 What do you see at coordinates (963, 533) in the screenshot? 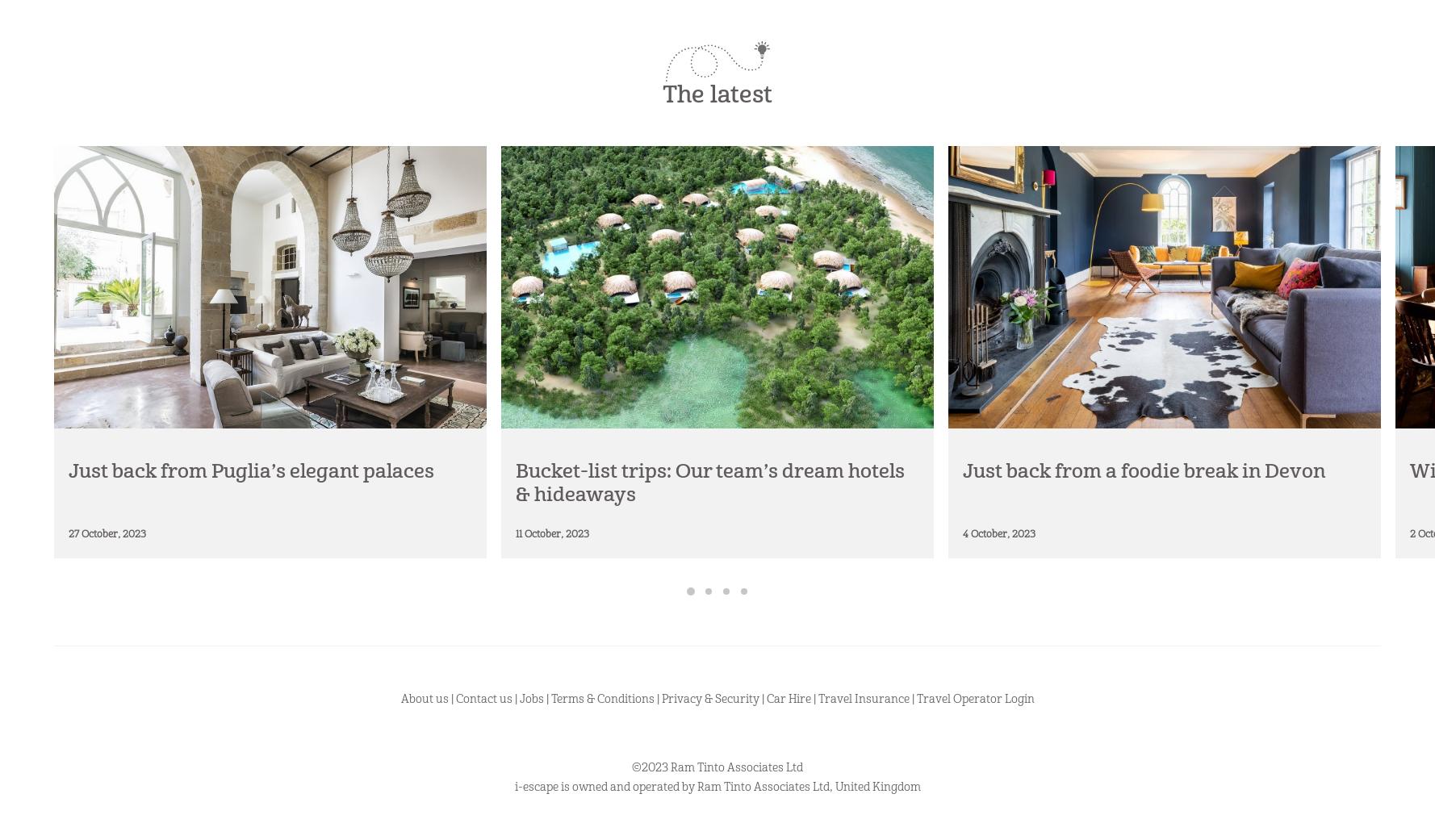
I see `'4 October, 2023'` at bounding box center [963, 533].